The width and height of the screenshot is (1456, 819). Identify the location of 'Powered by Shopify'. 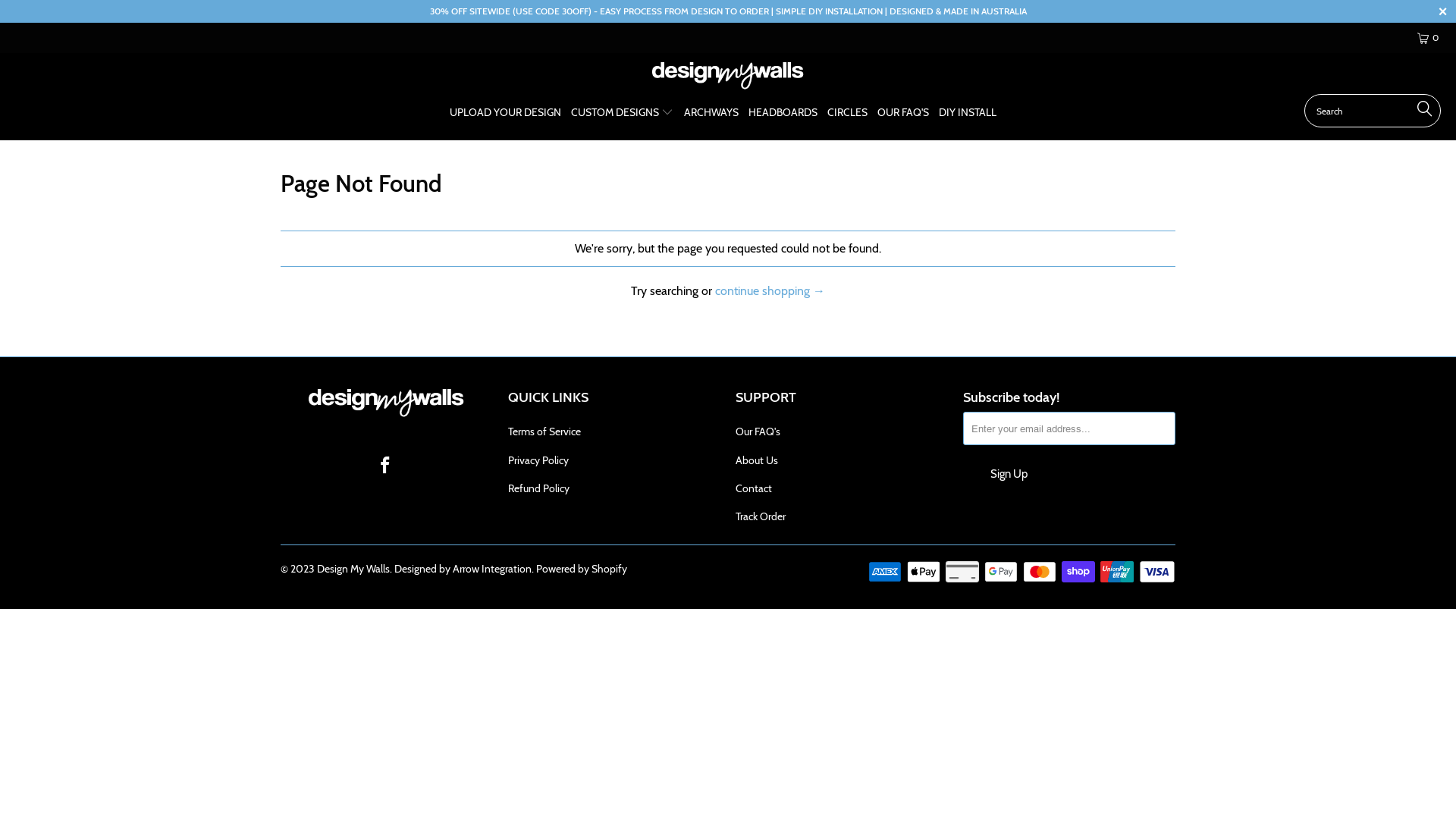
(581, 568).